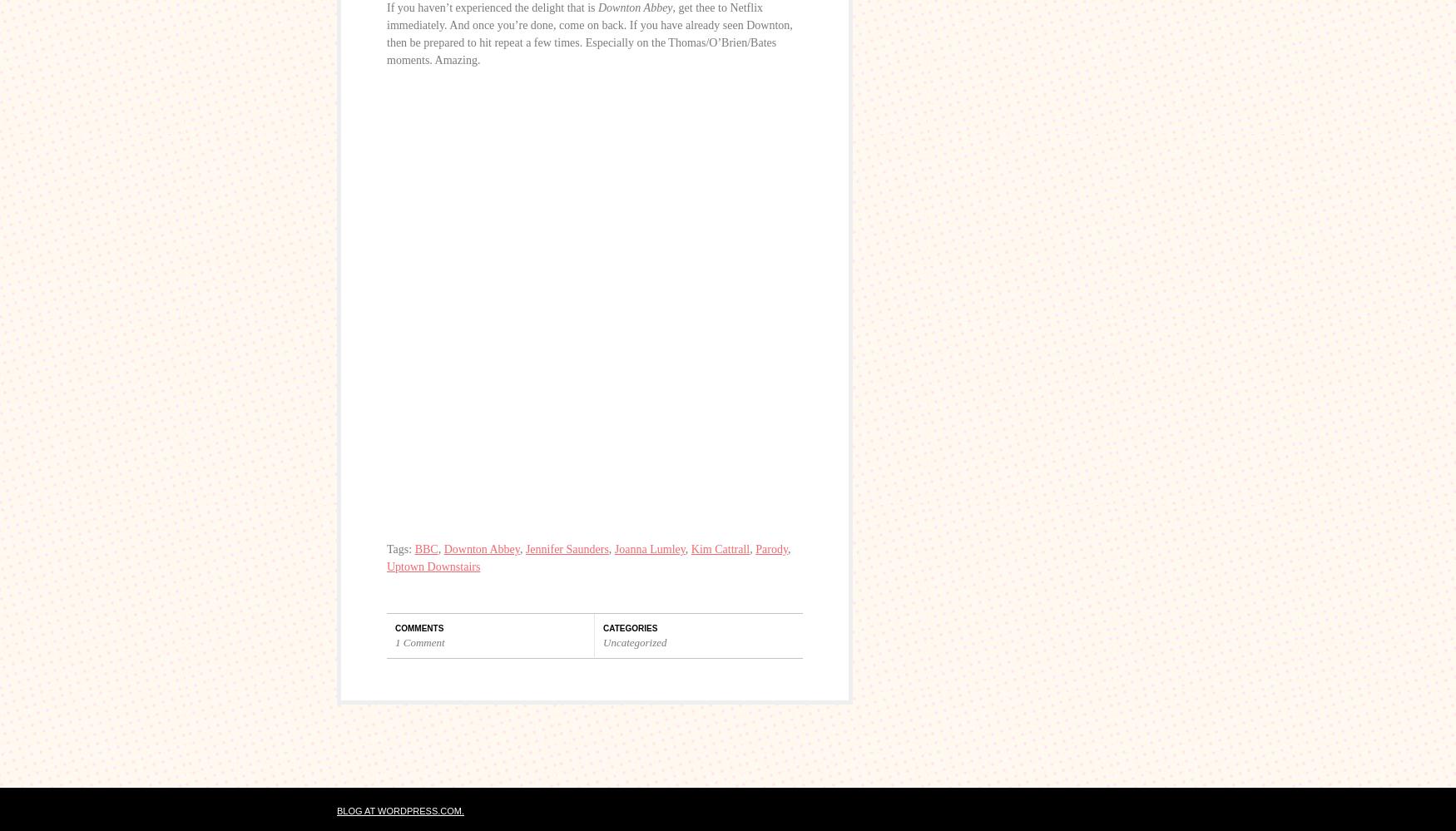 The width and height of the screenshot is (1456, 831). Describe the element at coordinates (386, 7) in the screenshot. I see `'If you haven’t experienced the delight that is'` at that location.